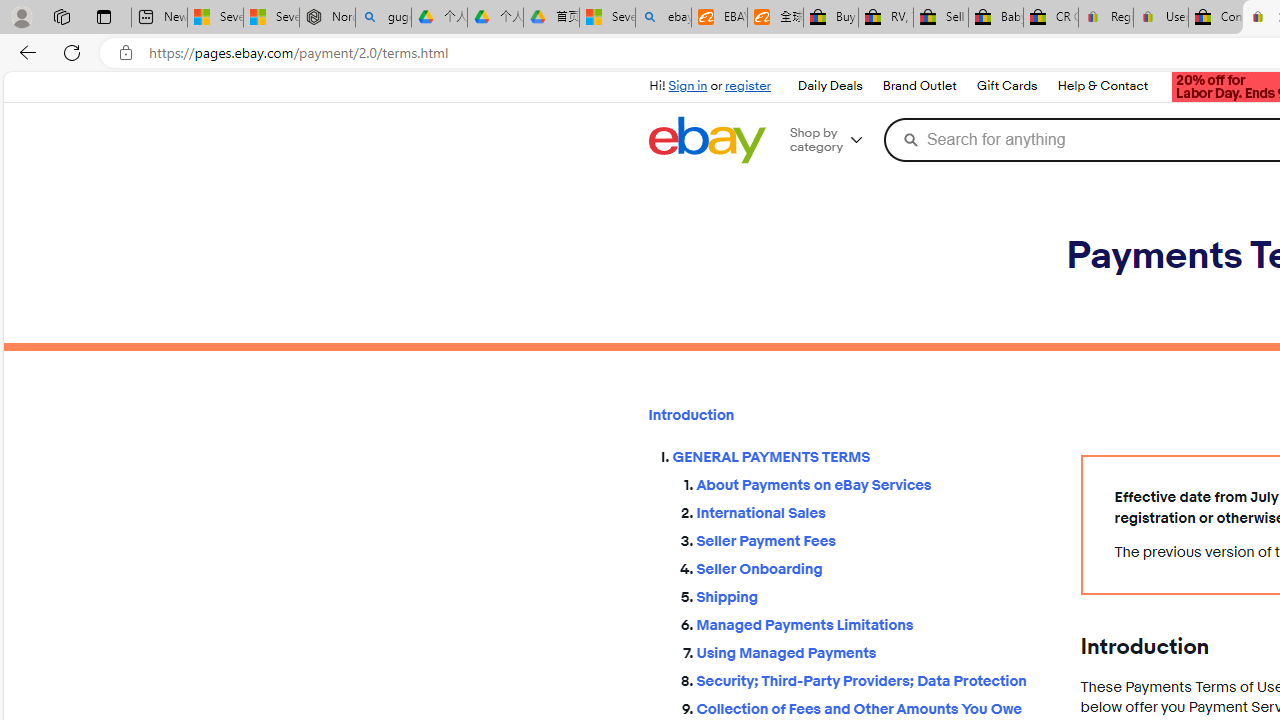 Image resolution: width=1280 pixels, height=720 pixels. I want to click on 'Seller Payment Fees', so click(872, 536).